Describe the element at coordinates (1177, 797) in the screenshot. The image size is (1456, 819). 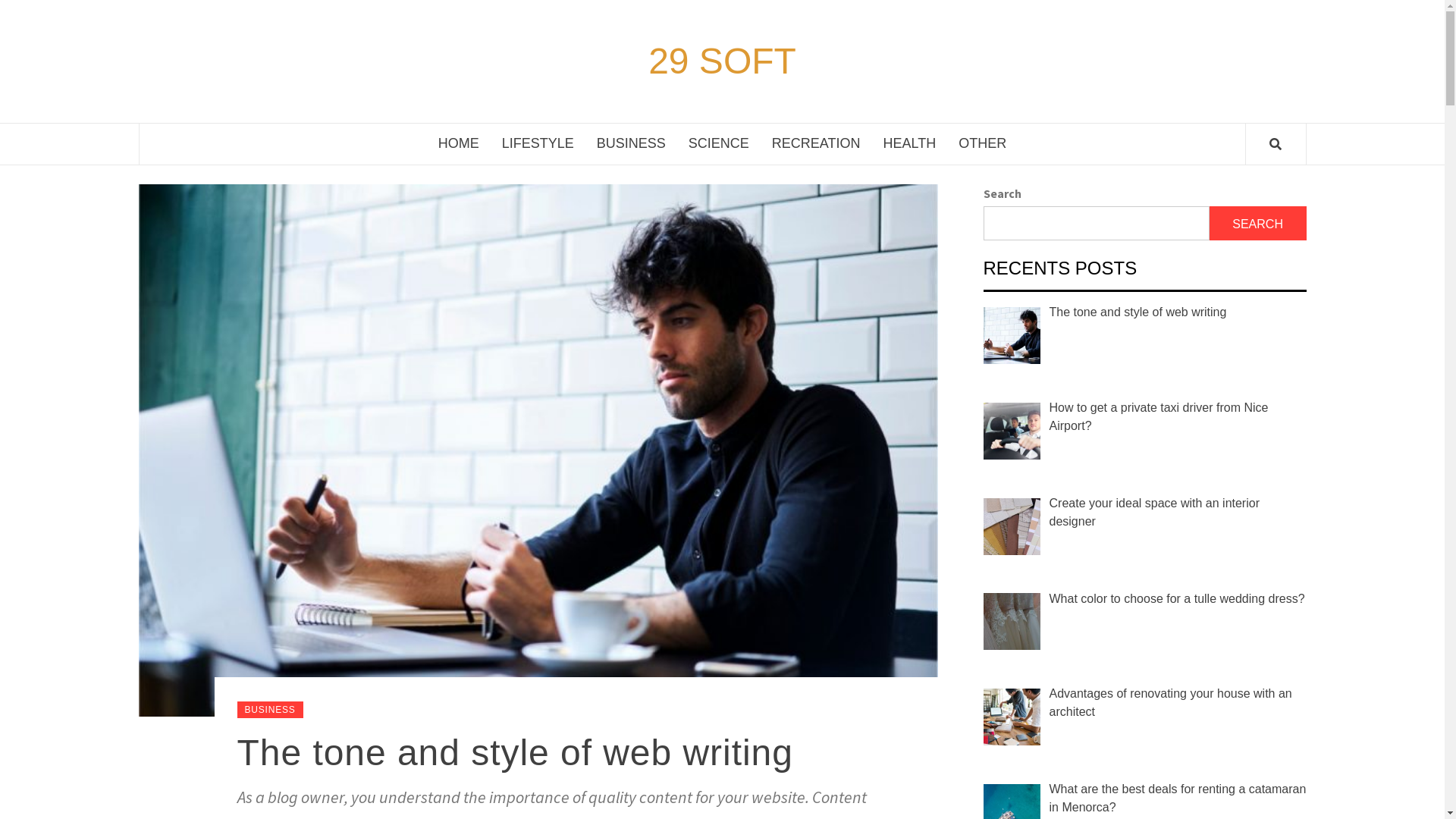
I see `'What are the best deals for renting a catamaran in Menorca?'` at that location.